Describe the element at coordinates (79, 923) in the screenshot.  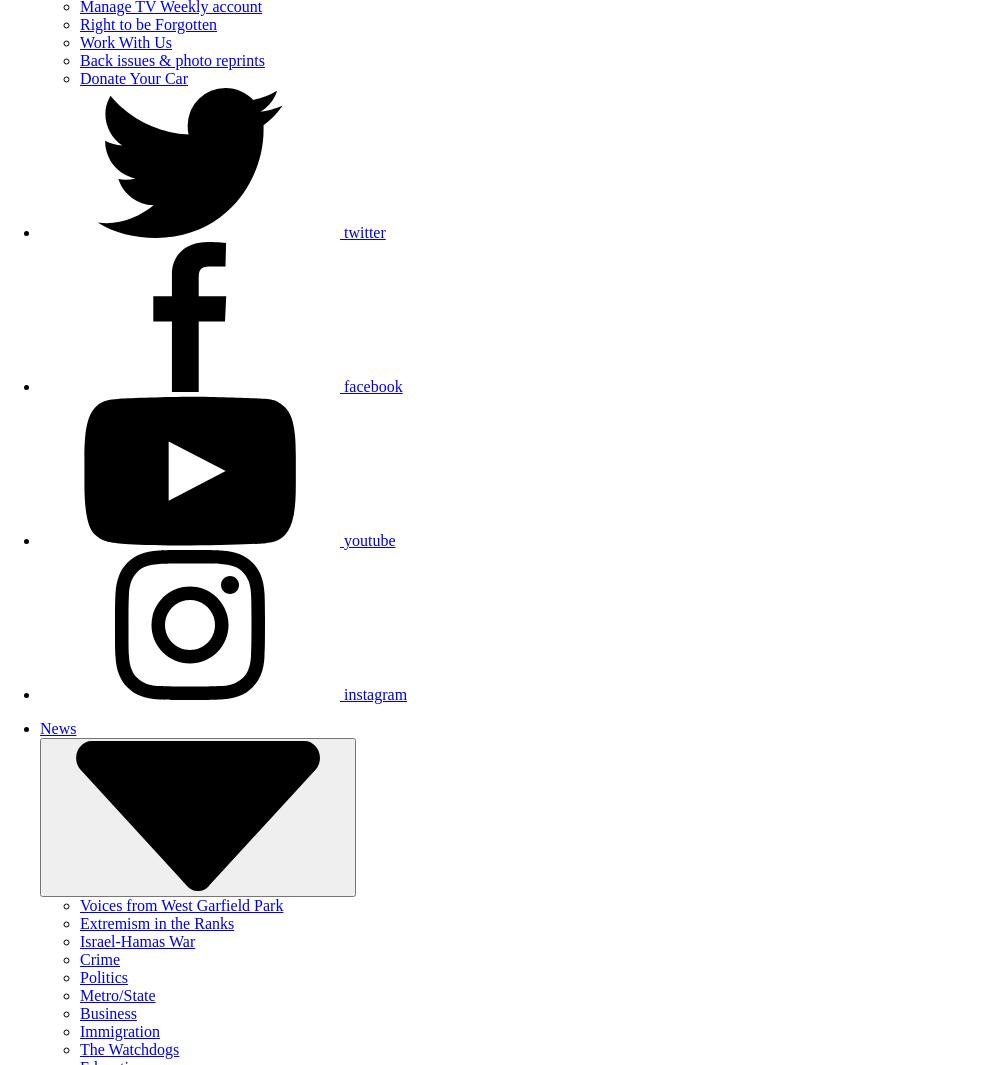
I see `'Extremism in the Ranks'` at that location.